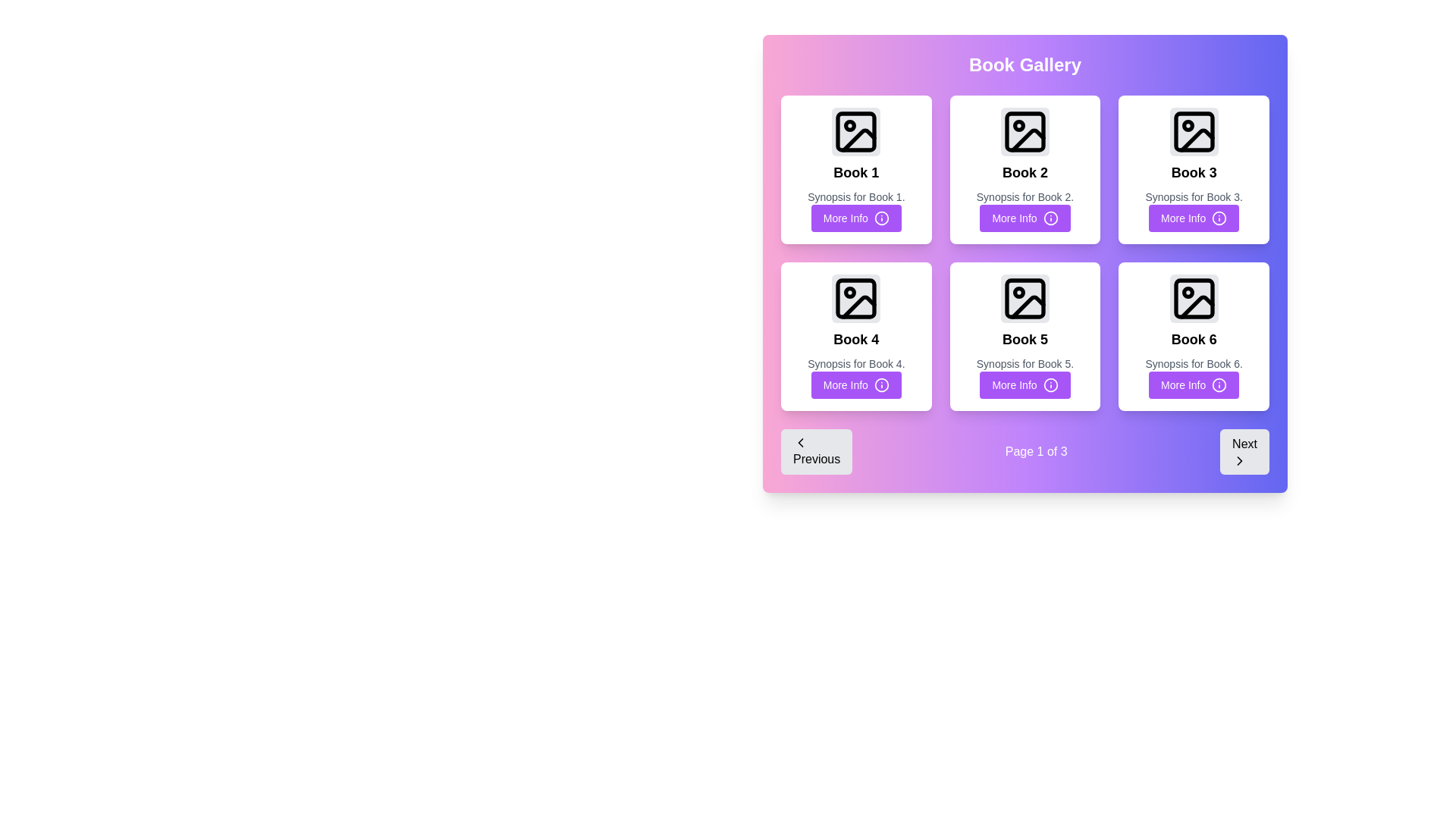  Describe the element at coordinates (1193, 130) in the screenshot. I see `the icon representing the book associated with 'Book 3' in the top-right corner of the 'Book Gallery' section` at that location.